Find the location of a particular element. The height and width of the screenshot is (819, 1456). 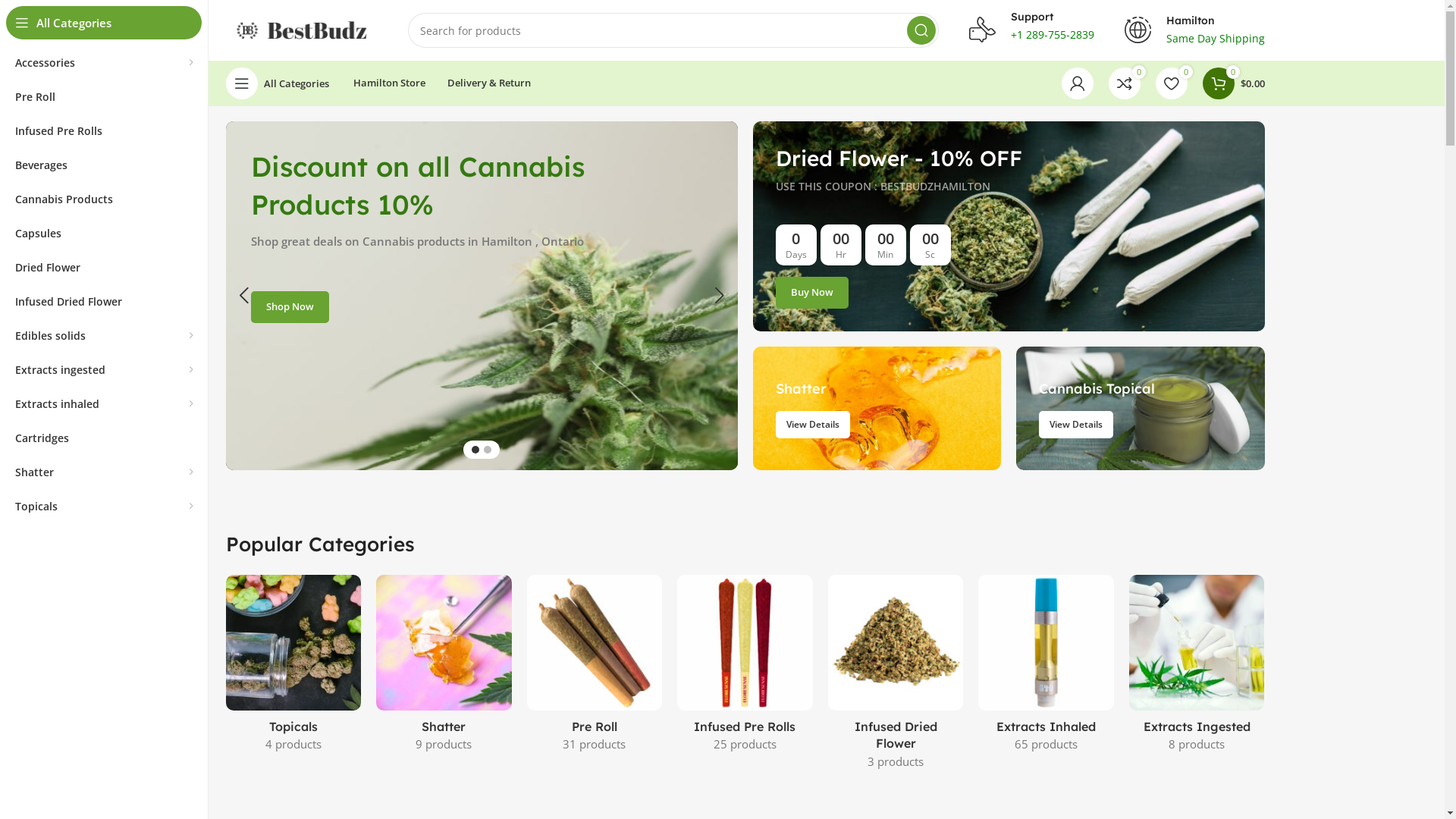

'25 products' is located at coordinates (745, 742).